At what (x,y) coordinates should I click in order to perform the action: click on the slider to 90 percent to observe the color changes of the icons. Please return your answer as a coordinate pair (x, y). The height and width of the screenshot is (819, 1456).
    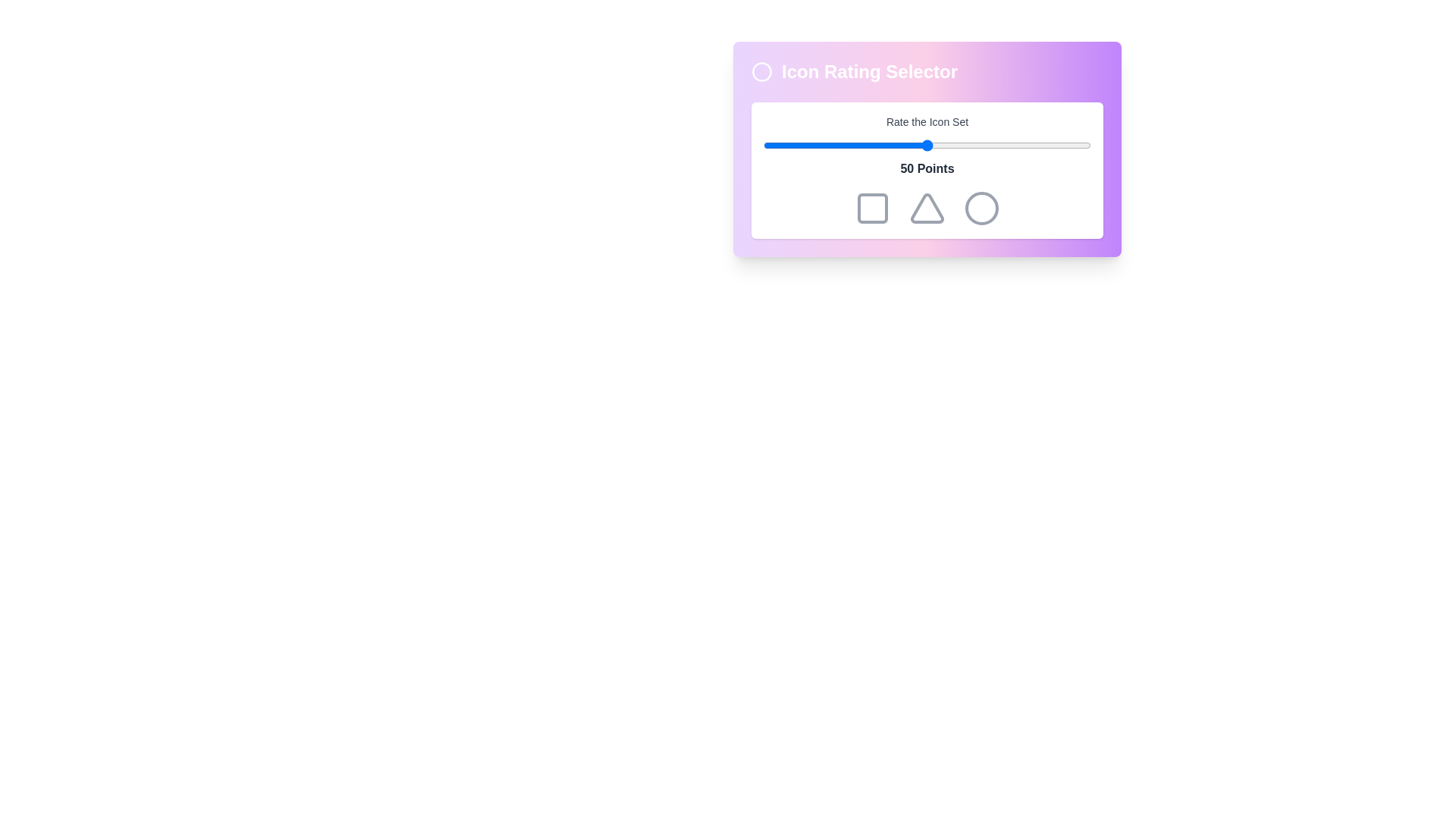
    Looking at the image, I should click on (1057, 146).